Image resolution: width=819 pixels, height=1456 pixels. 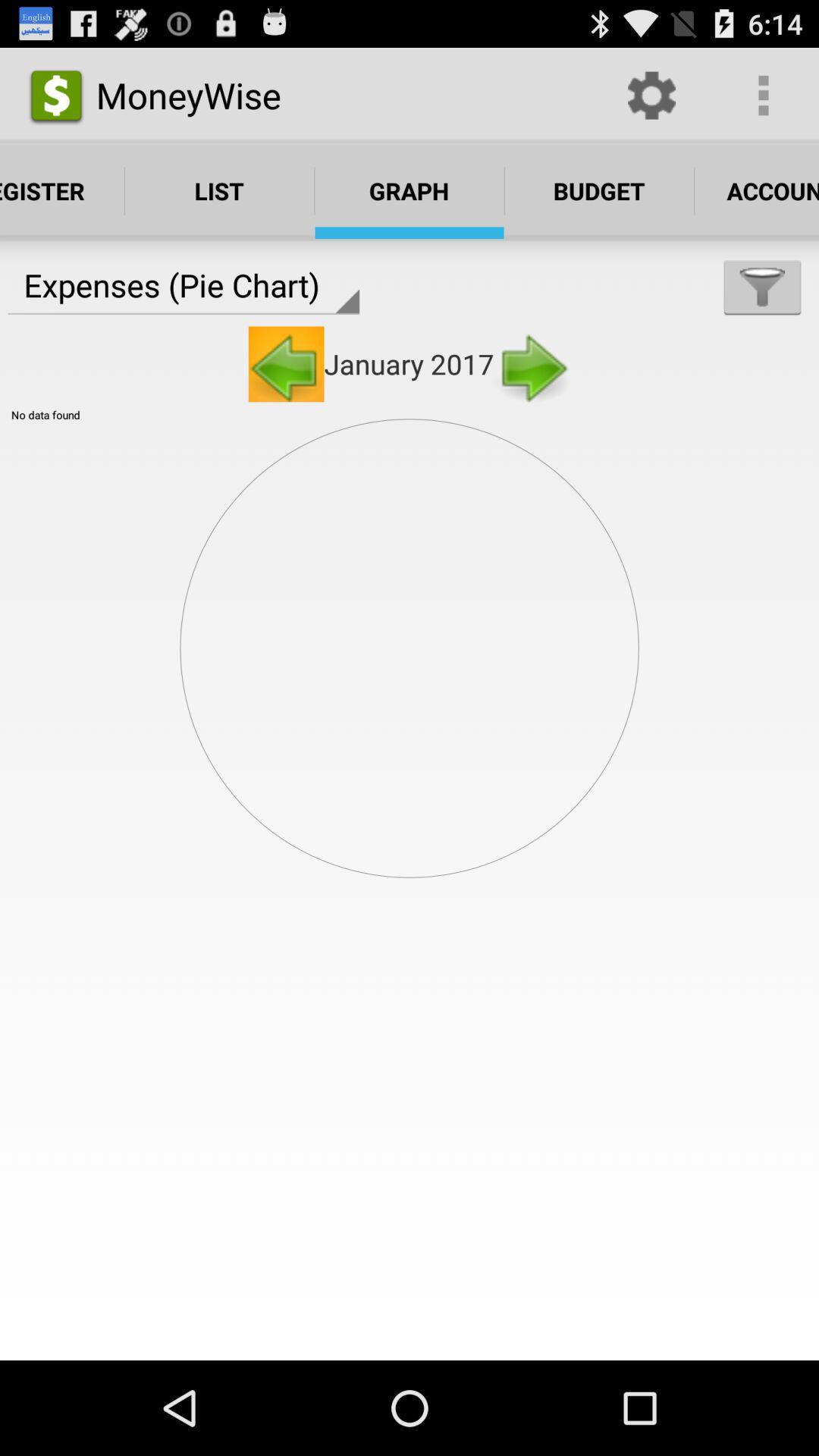 I want to click on the right arrow  next to january 2017, so click(x=532, y=364).